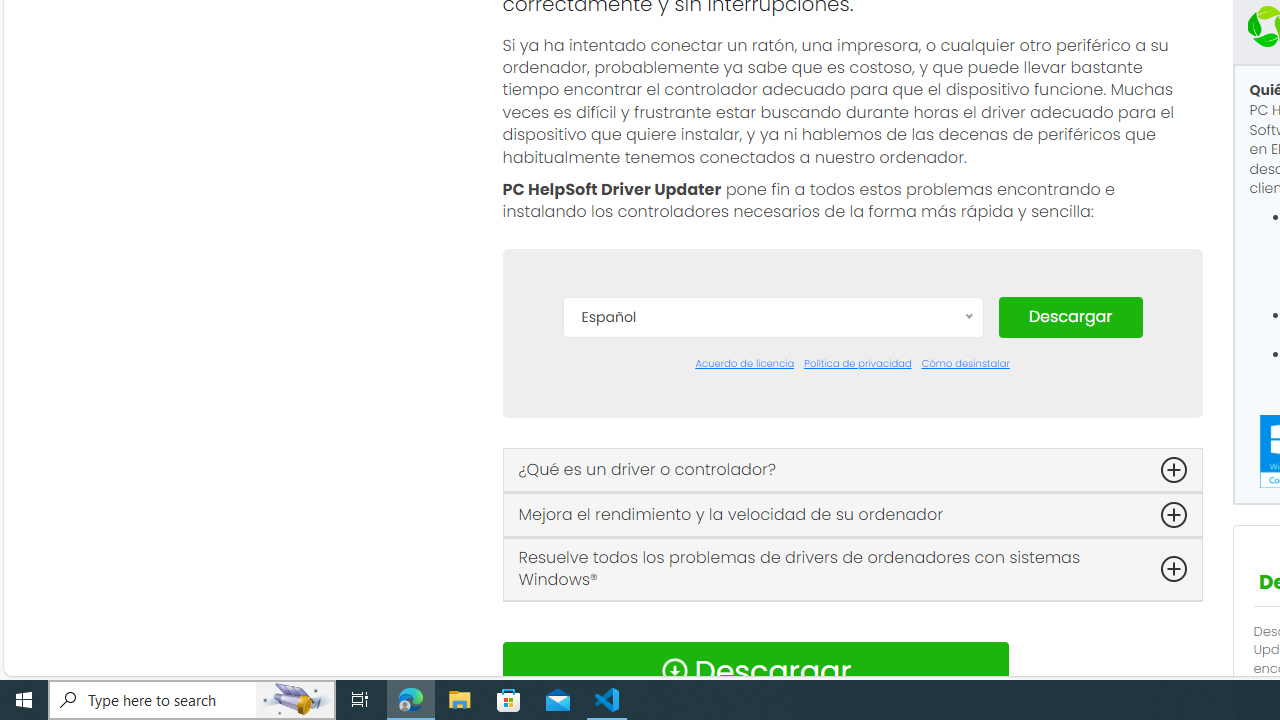 This screenshot has height=720, width=1280. What do you see at coordinates (771, 591) in the screenshot?
I see `'Italiano'` at bounding box center [771, 591].